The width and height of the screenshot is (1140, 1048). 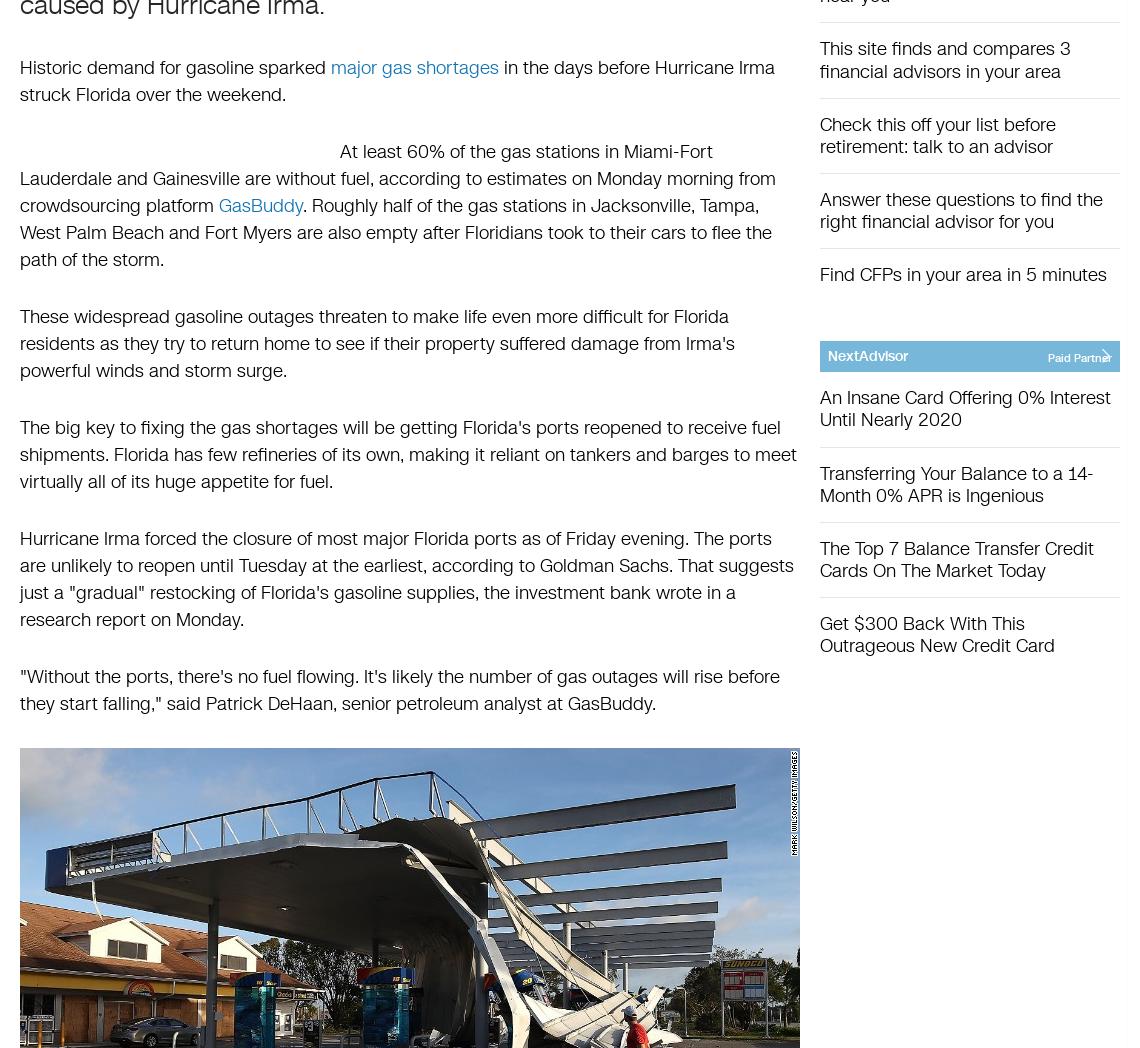 What do you see at coordinates (19, 232) in the screenshot?
I see `'. Roughly half of the gas stations in Jacksonville, Tampa, West Palm Beach and Fort Myers are also empty after Floridians took to their cars to flee the path of the storm.'` at bounding box center [19, 232].